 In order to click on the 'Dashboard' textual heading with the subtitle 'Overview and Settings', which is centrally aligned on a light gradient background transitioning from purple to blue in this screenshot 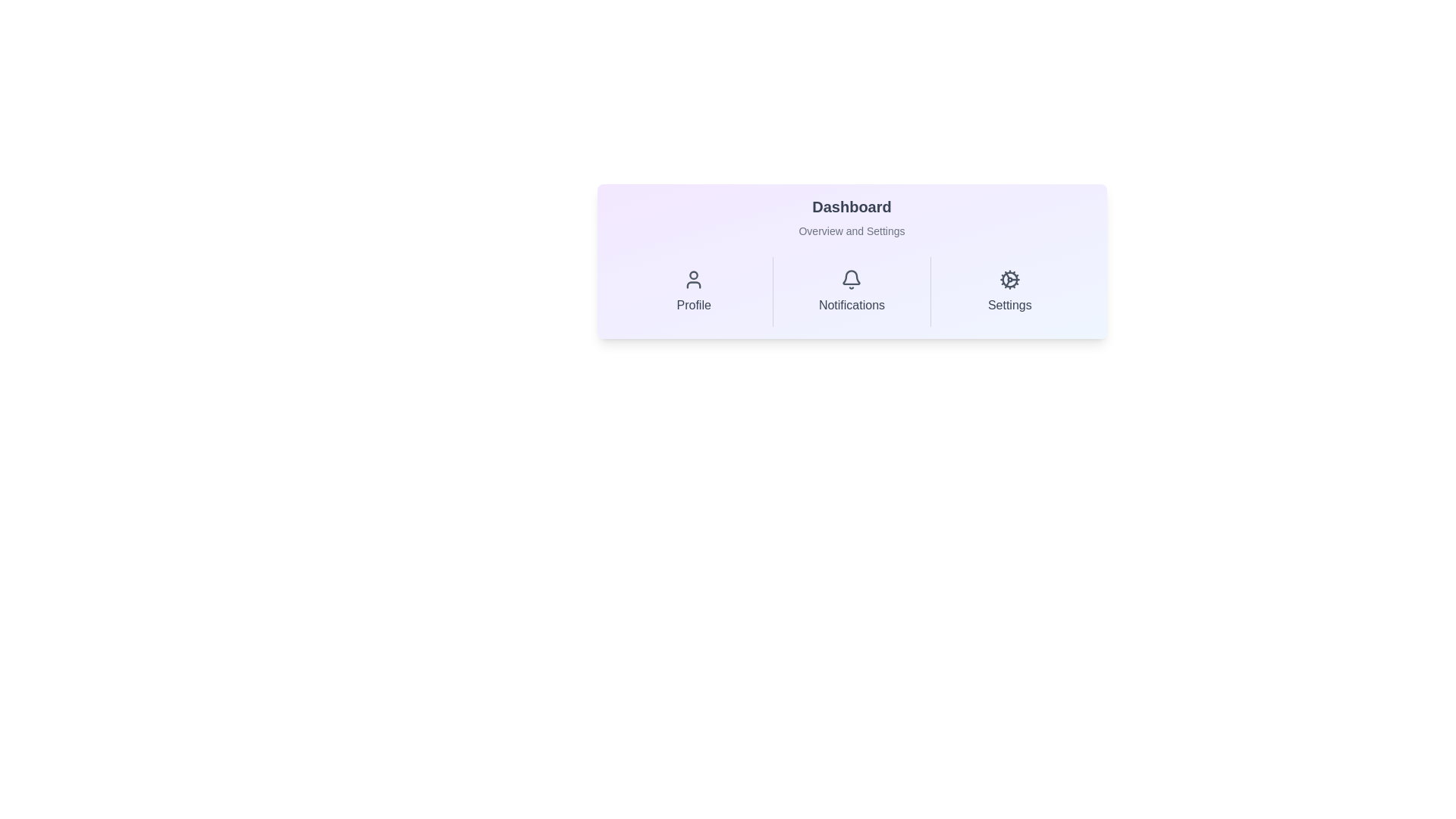, I will do `click(852, 217)`.